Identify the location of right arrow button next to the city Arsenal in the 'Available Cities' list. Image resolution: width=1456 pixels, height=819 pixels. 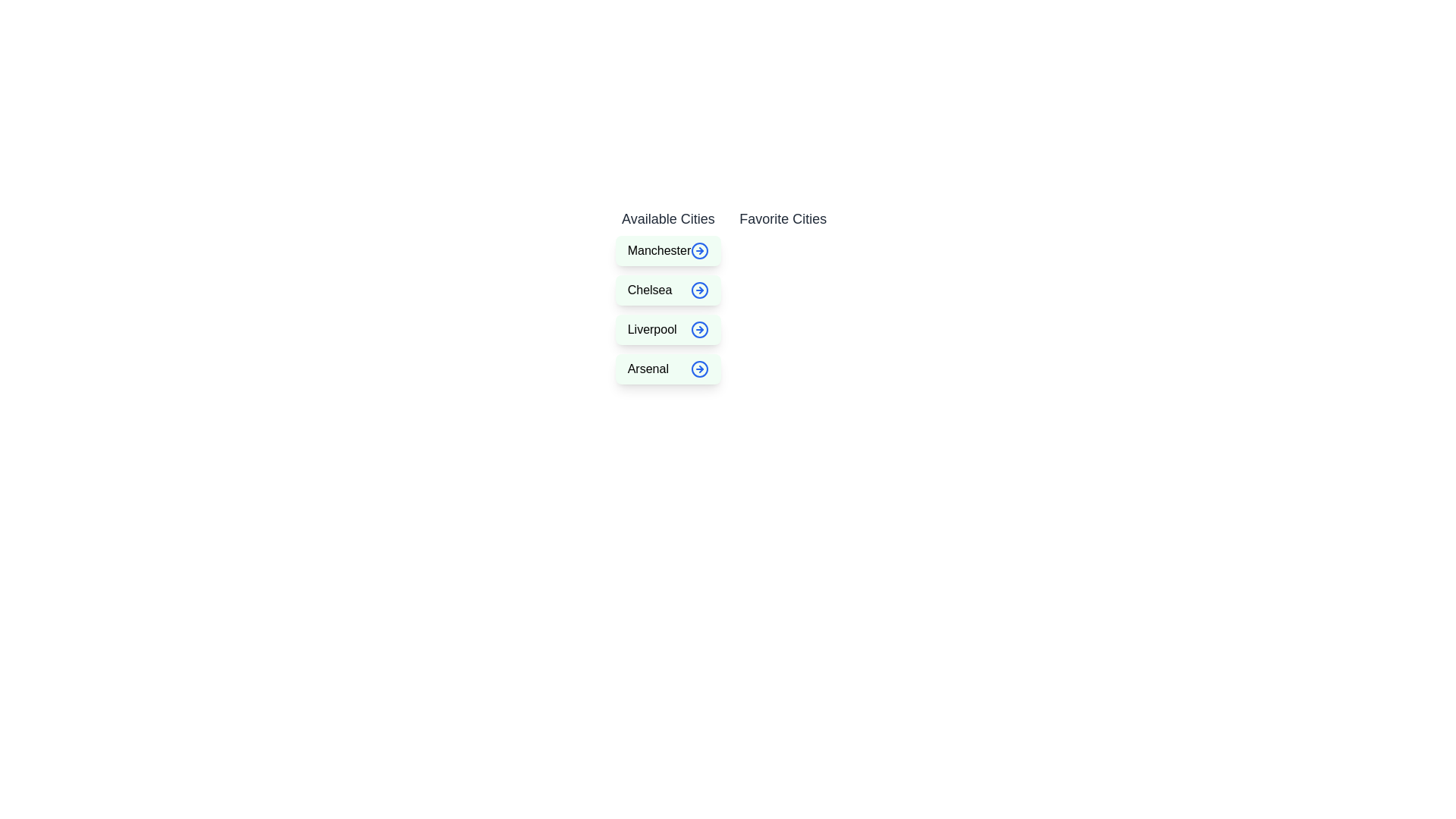
(699, 369).